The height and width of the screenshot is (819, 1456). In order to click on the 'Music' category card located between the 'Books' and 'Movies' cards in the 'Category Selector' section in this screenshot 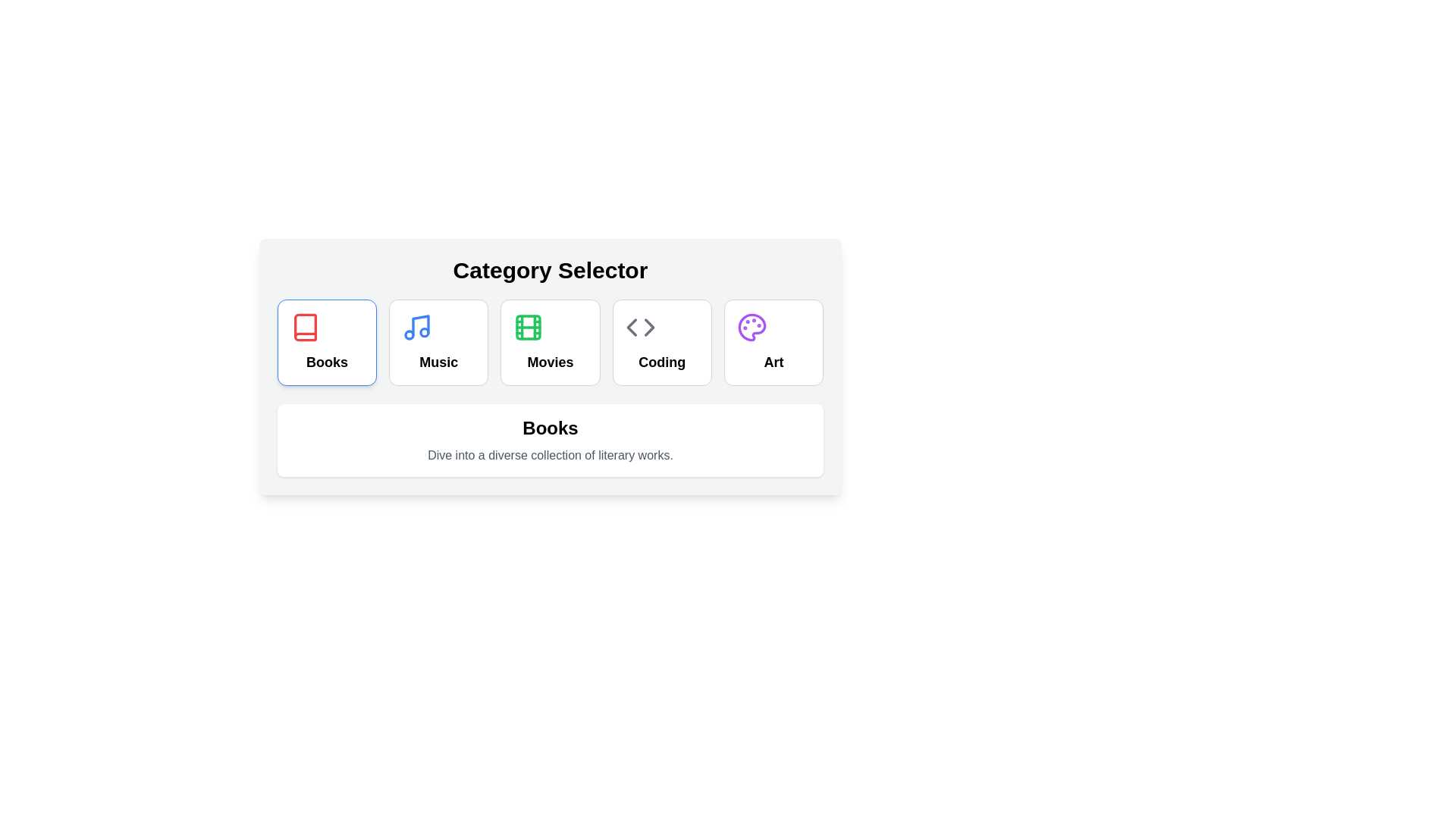, I will do `click(438, 342)`.